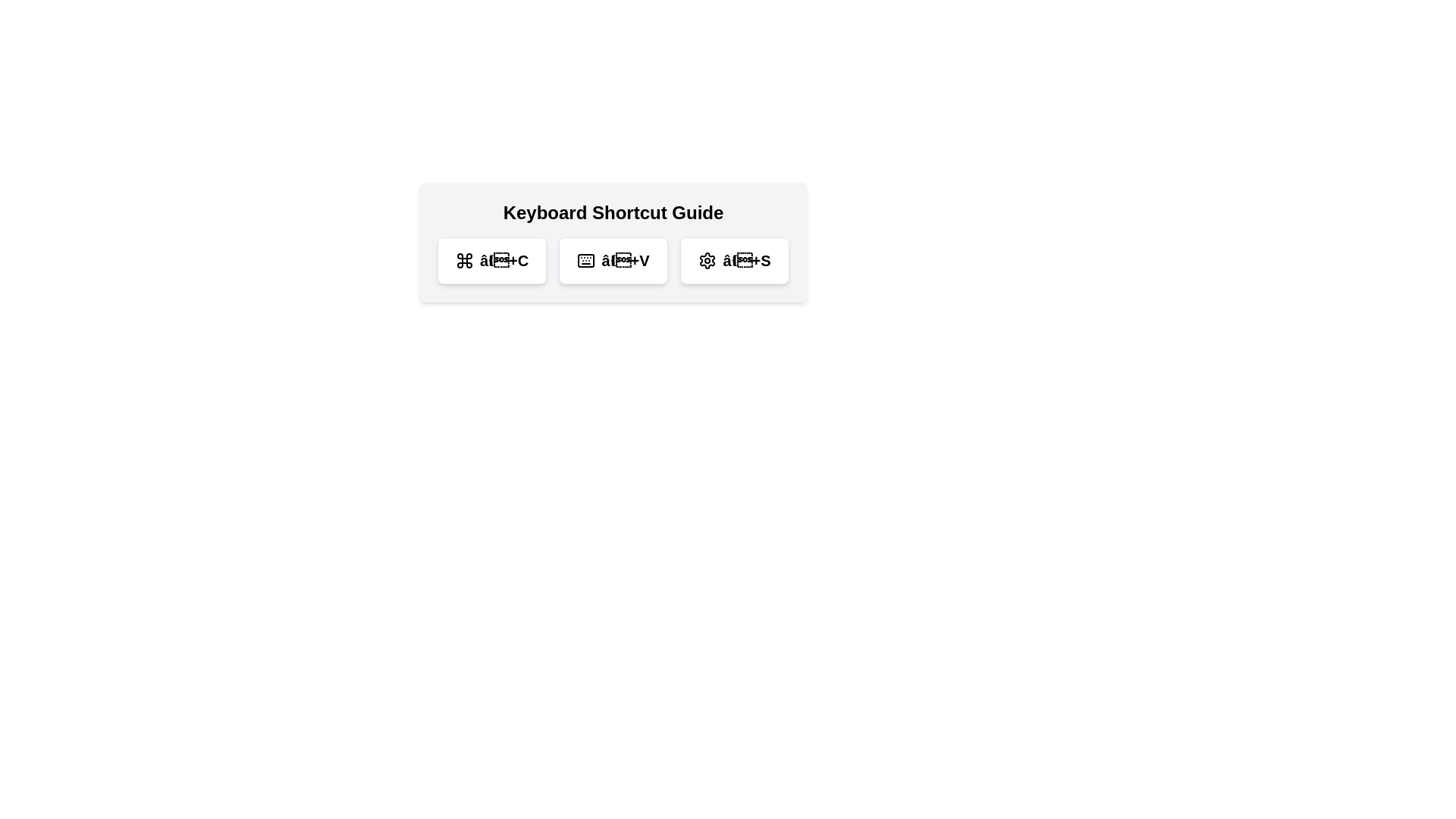  What do you see at coordinates (735, 259) in the screenshot?
I see `the third button from the left, which has a rounded rectangular shape, a white background, a gear icon, and the text 'â+S'` at bounding box center [735, 259].